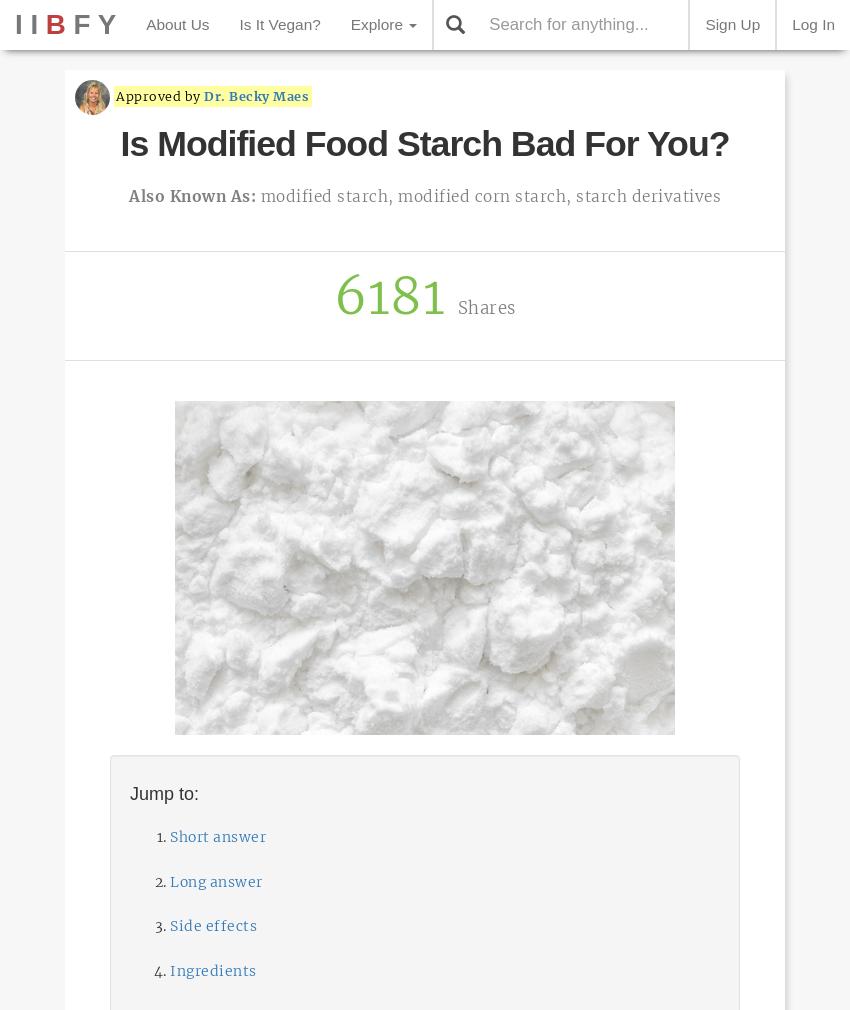 The width and height of the screenshot is (850, 1010). Describe the element at coordinates (170, 881) in the screenshot. I see `'Long answer'` at that location.